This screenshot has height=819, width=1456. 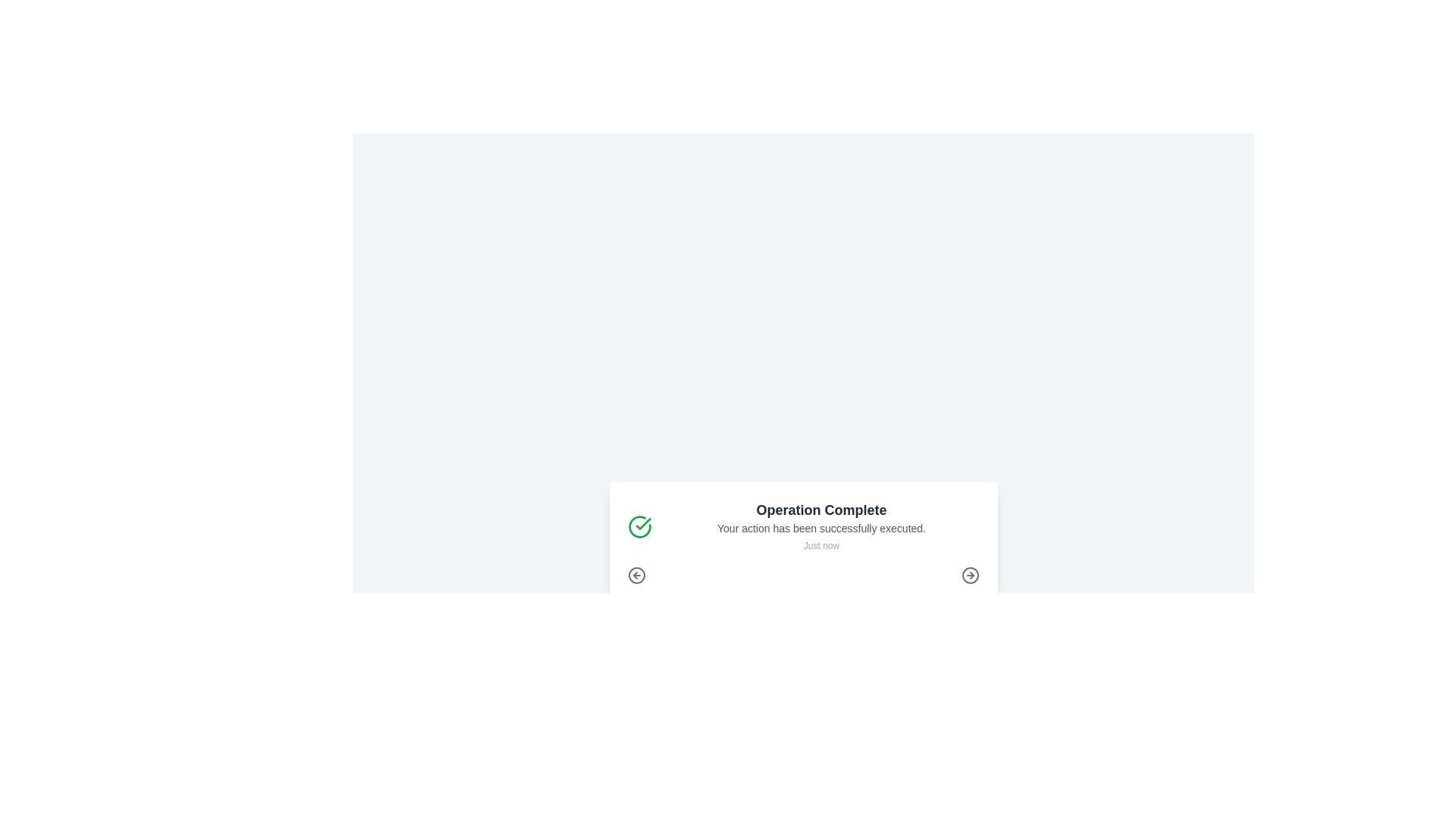 What do you see at coordinates (636, 576) in the screenshot?
I see `properties of the circular SVG component located at the center of the left-pointing arrow icon` at bounding box center [636, 576].